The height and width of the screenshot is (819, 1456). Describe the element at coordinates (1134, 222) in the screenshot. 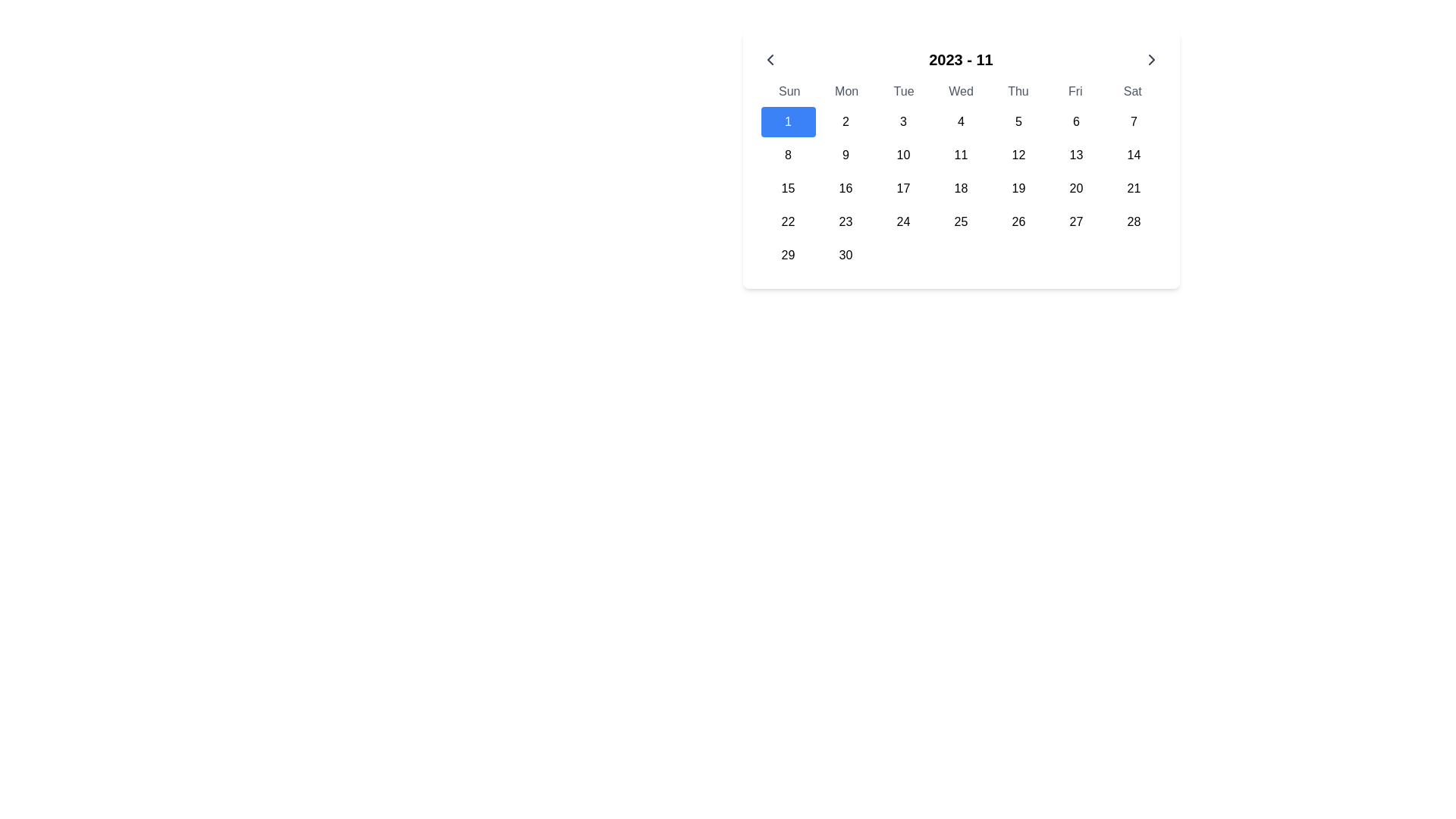

I see `the button displaying the bold black text '28' in the calendar view` at that location.